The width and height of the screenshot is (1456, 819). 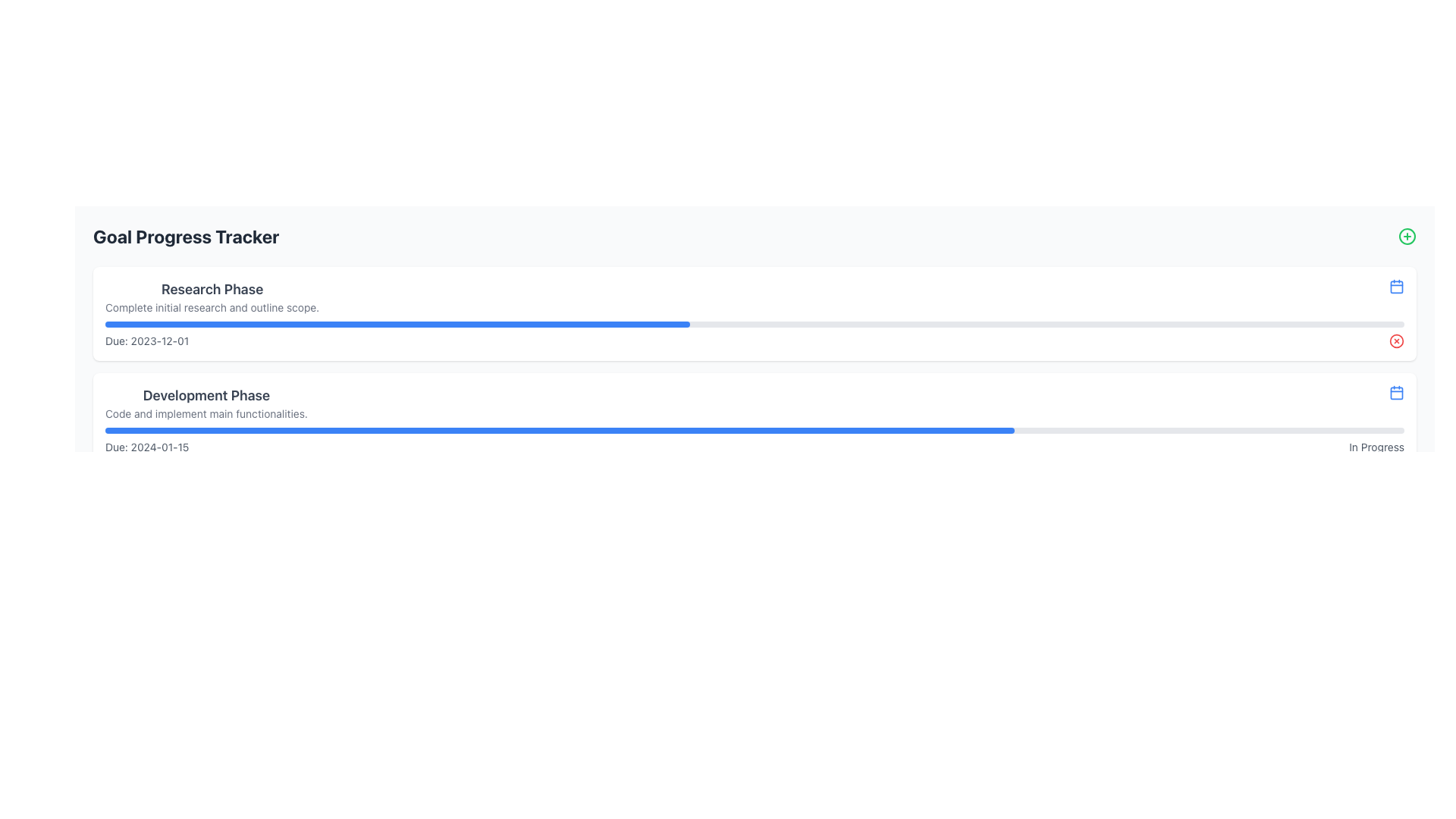 I want to click on the 'Goal Progress Tracker' text label, so click(x=185, y=237).